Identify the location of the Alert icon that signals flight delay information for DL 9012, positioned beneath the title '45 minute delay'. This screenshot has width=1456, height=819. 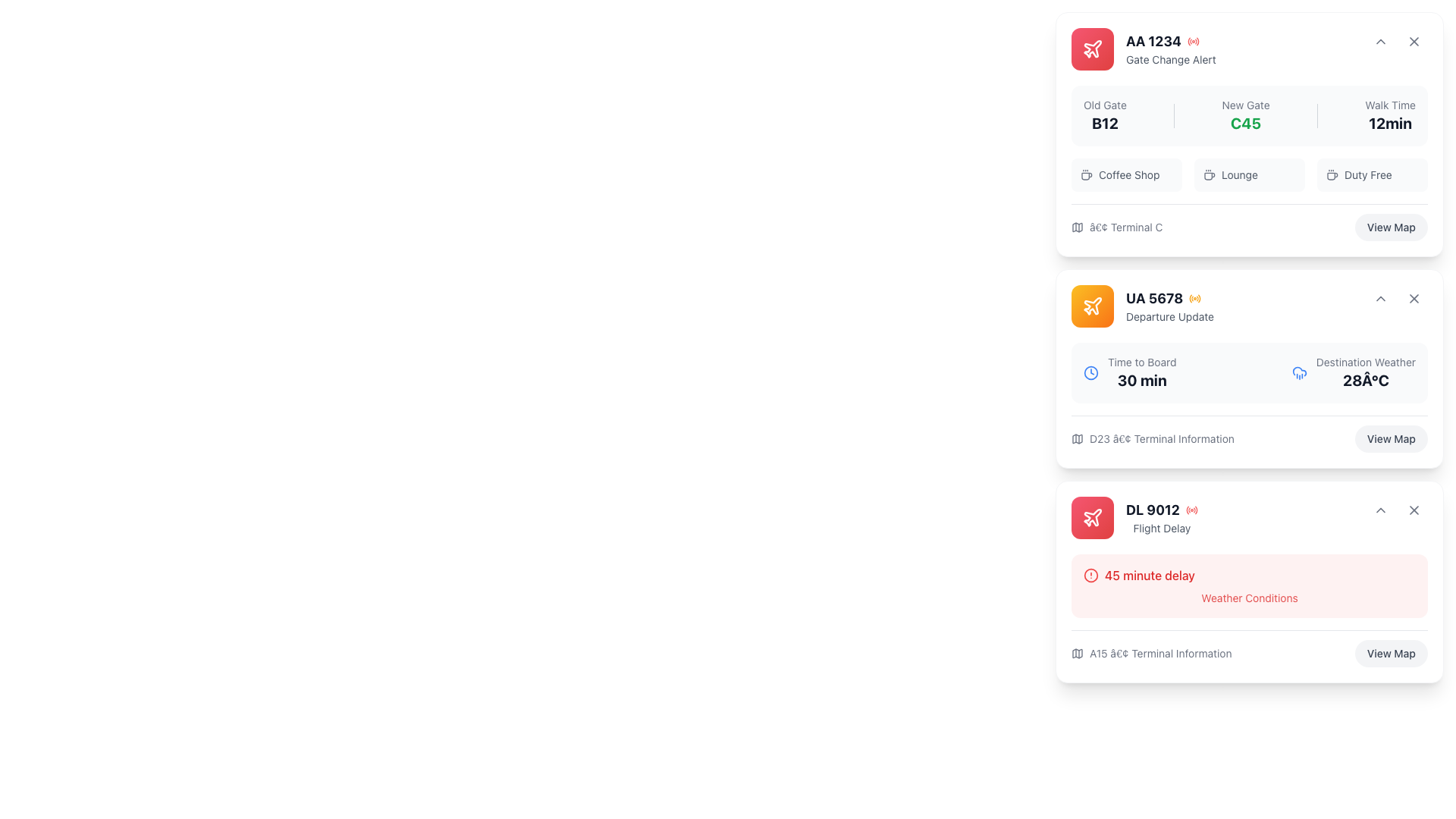
(1090, 576).